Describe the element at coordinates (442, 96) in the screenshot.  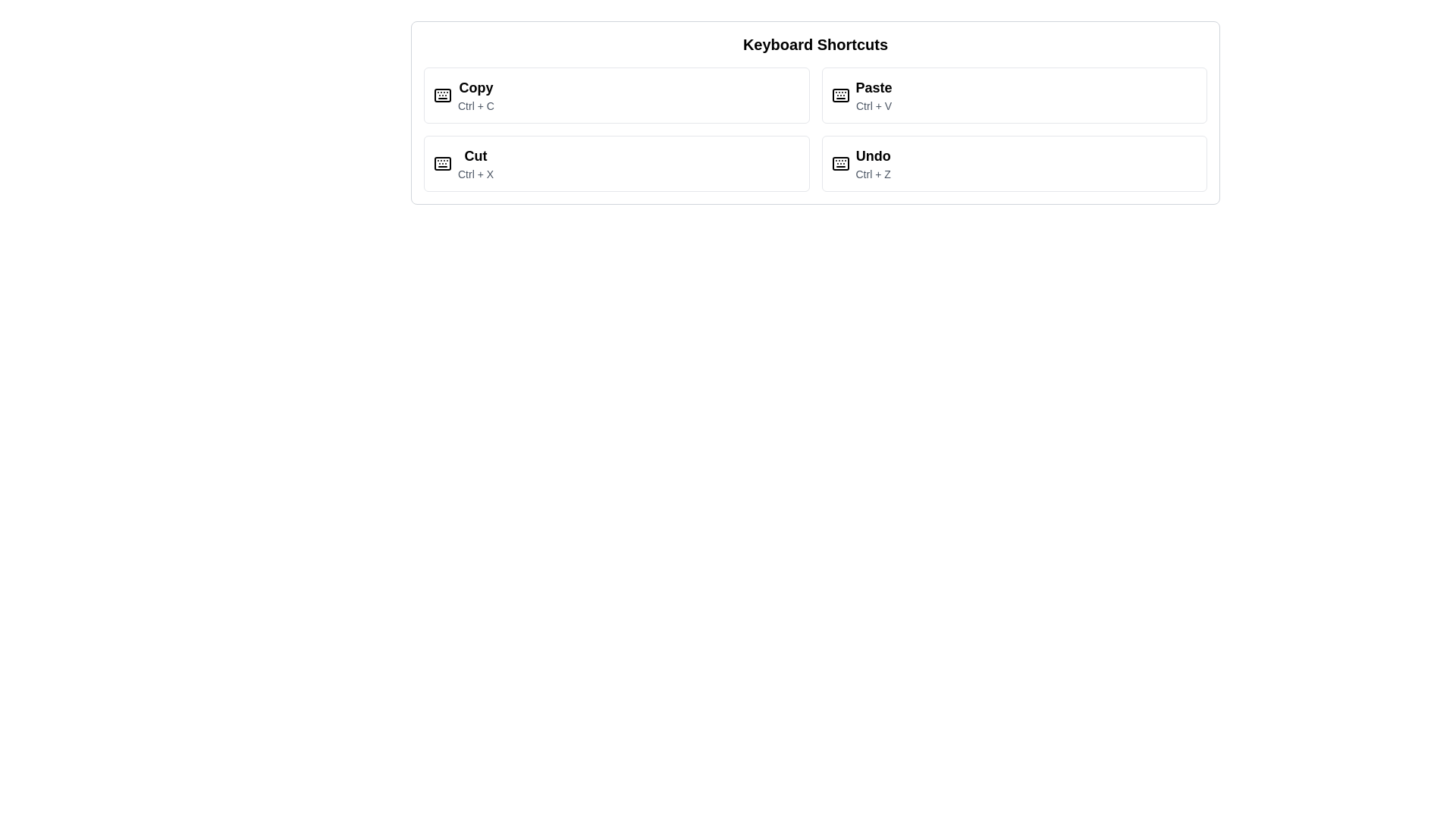
I see `the keyboard icon SVG graphic located to the left of the 'Copy' button, which visually represents the keyboard function for the action` at that location.